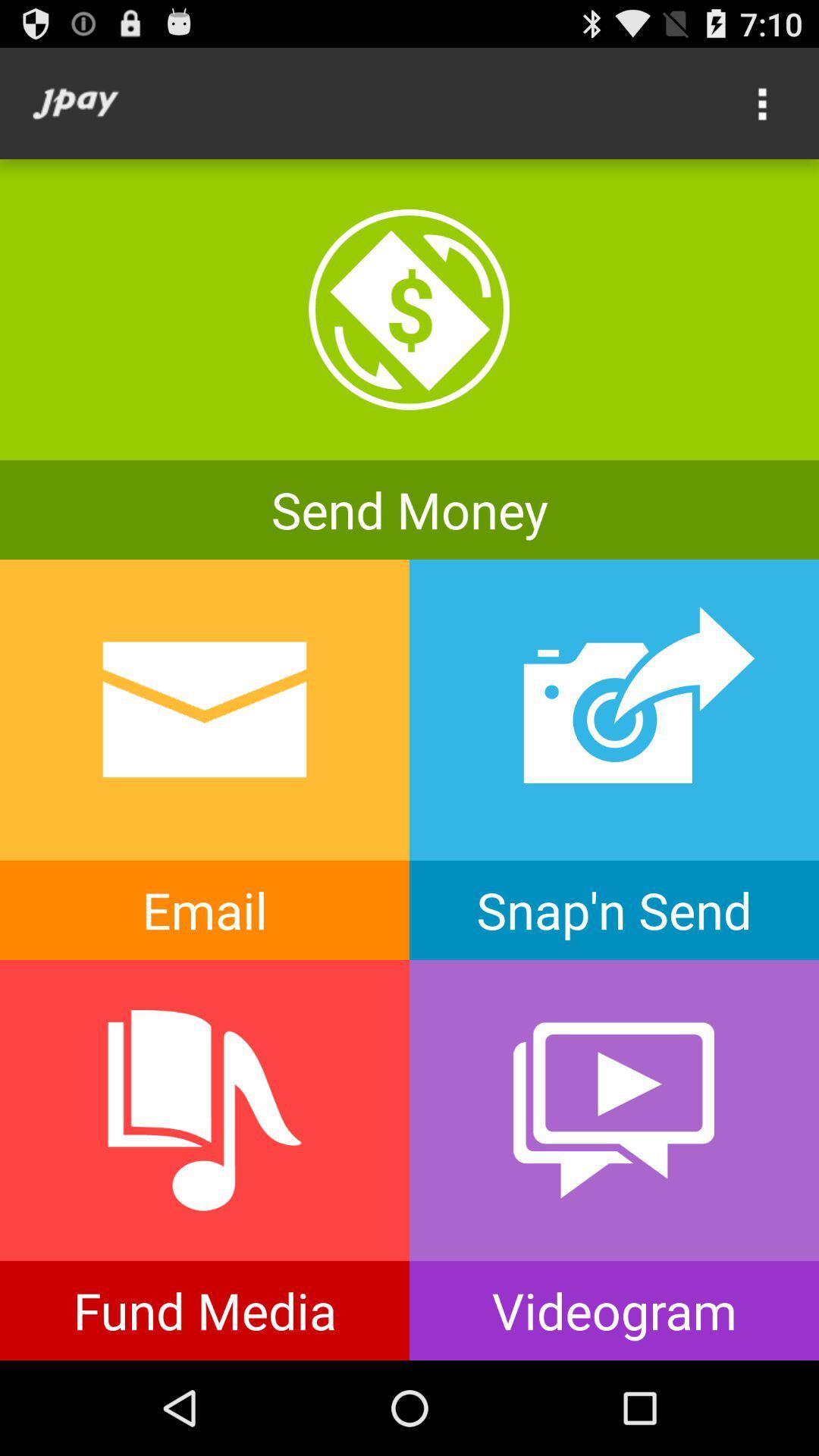 This screenshot has height=1456, width=819. Describe the element at coordinates (614, 1159) in the screenshot. I see `videogram` at that location.